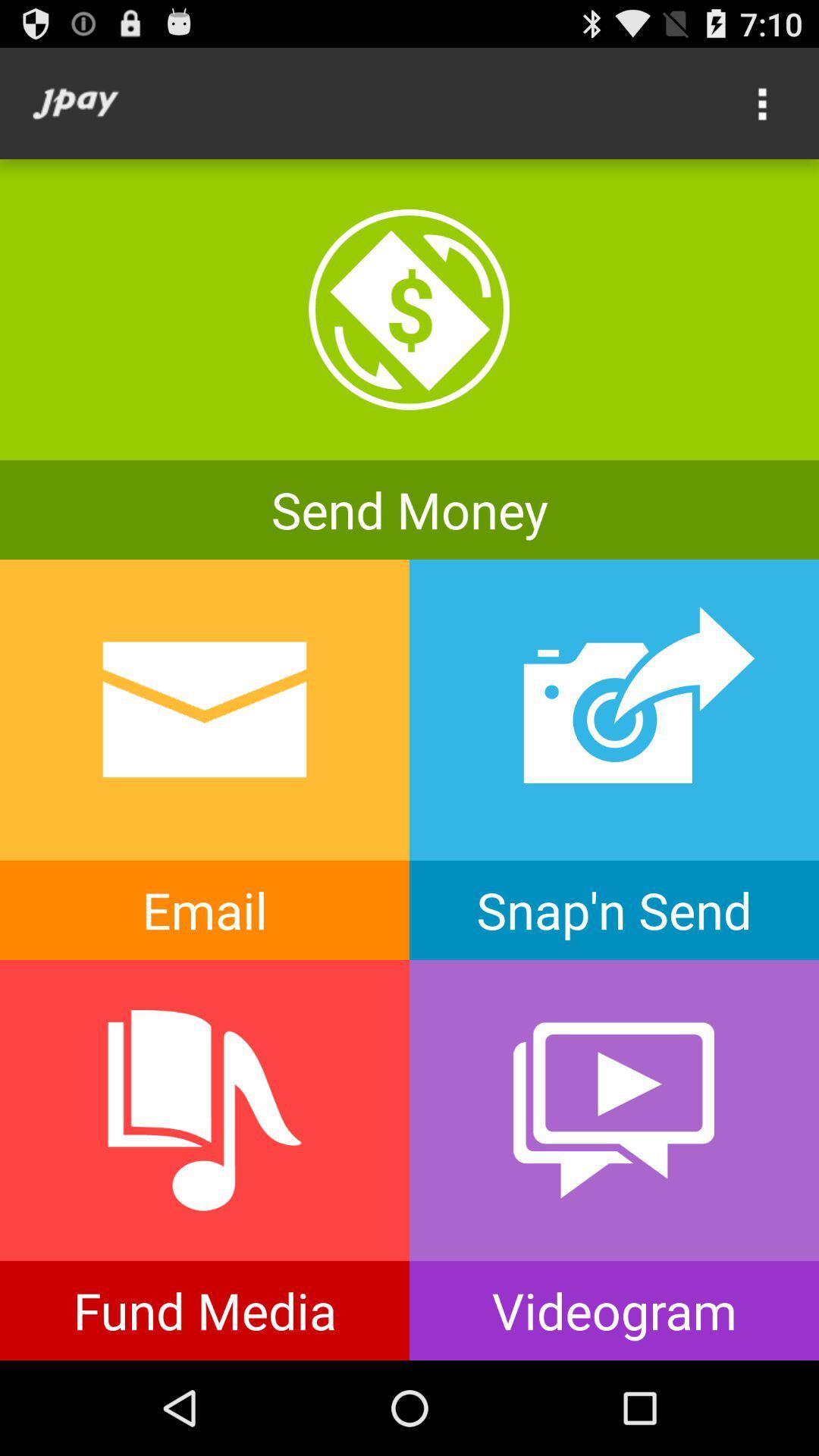 This screenshot has height=1456, width=819. Describe the element at coordinates (614, 1159) in the screenshot. I see `videogram` at that location.